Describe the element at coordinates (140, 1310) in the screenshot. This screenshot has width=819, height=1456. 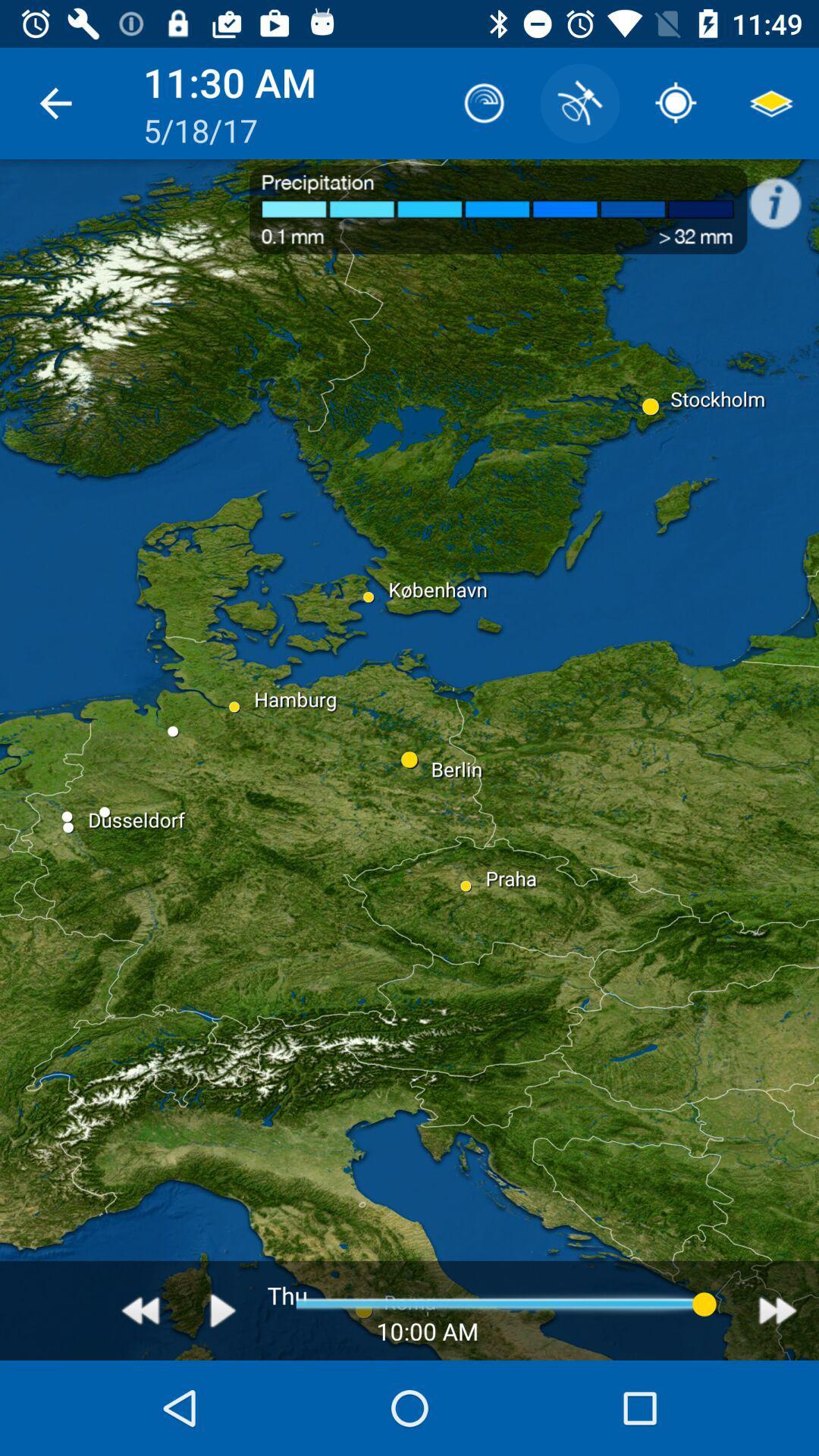
I see `rewind` at that location.